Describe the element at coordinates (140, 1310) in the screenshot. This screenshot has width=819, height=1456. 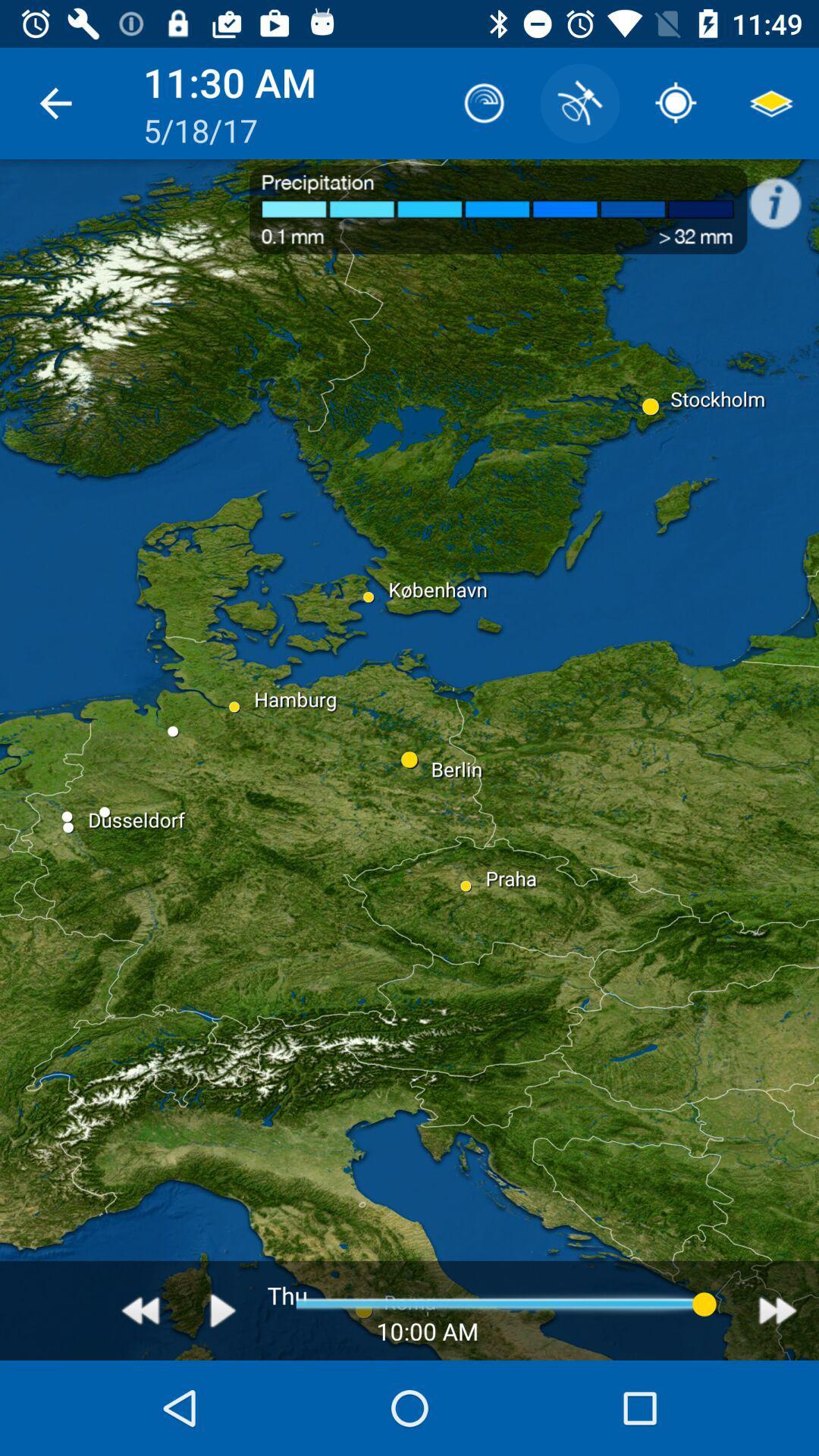
I see `rewind` at that location.